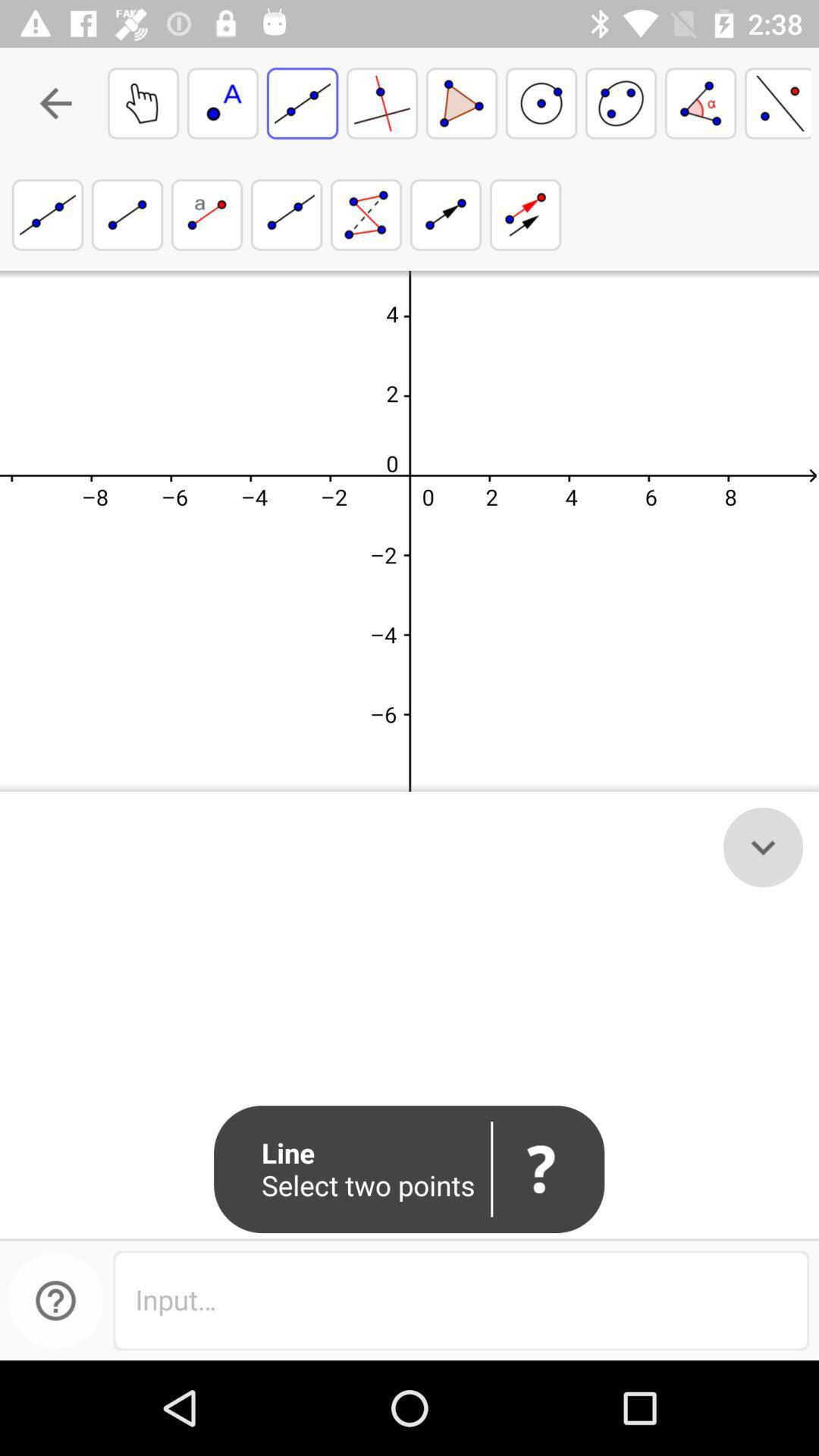 The height and width of the screenshot is (1456, 819). What do you see at coordinates (55, 1300) in the screenshot?
I see `the help icon` at bounding box center [55, 1300].